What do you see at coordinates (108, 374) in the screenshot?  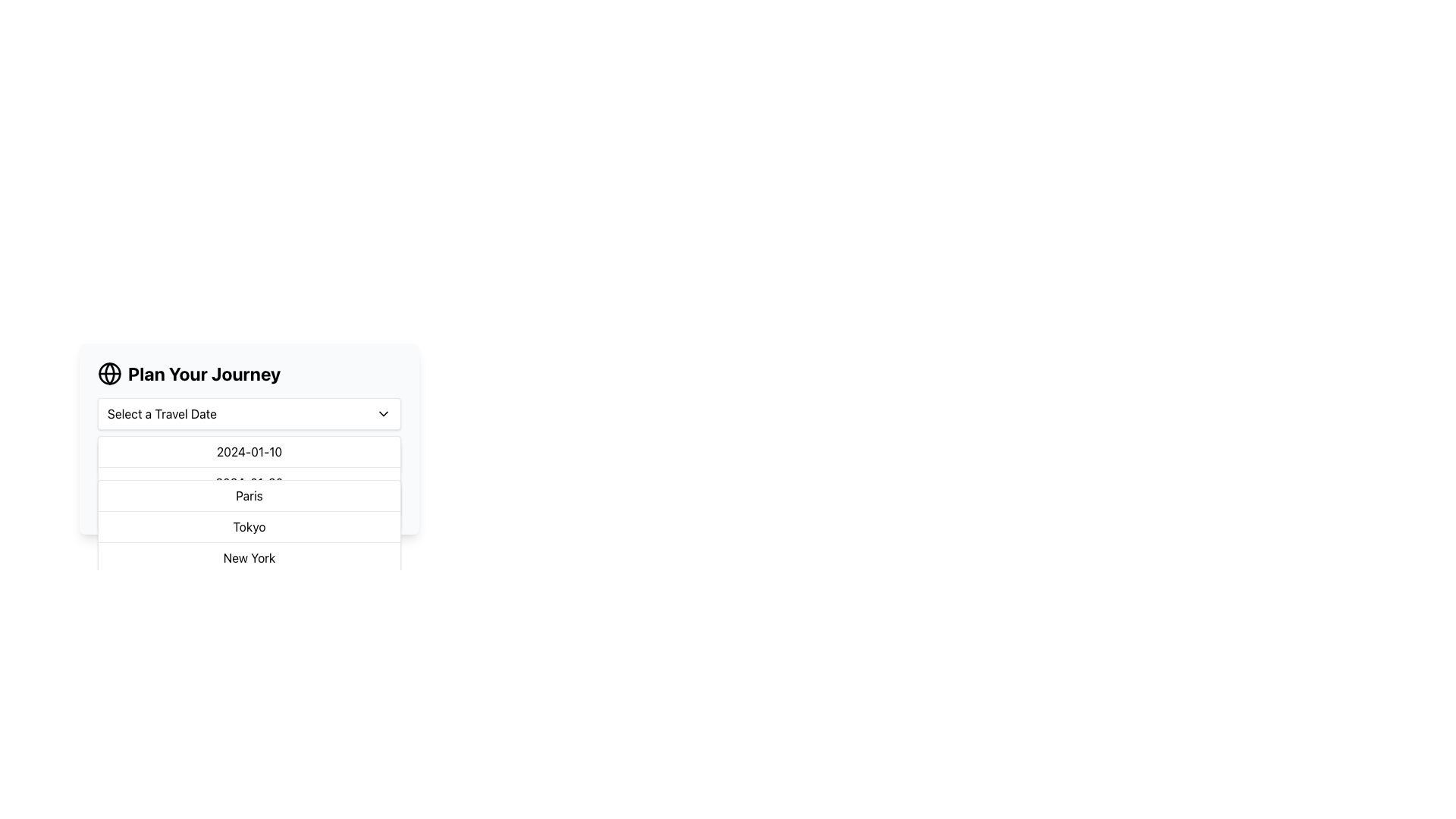 I see `the circular icon component at the center of the globe icon located at the top-left corner of the interface` at bounding box center [108, 374].